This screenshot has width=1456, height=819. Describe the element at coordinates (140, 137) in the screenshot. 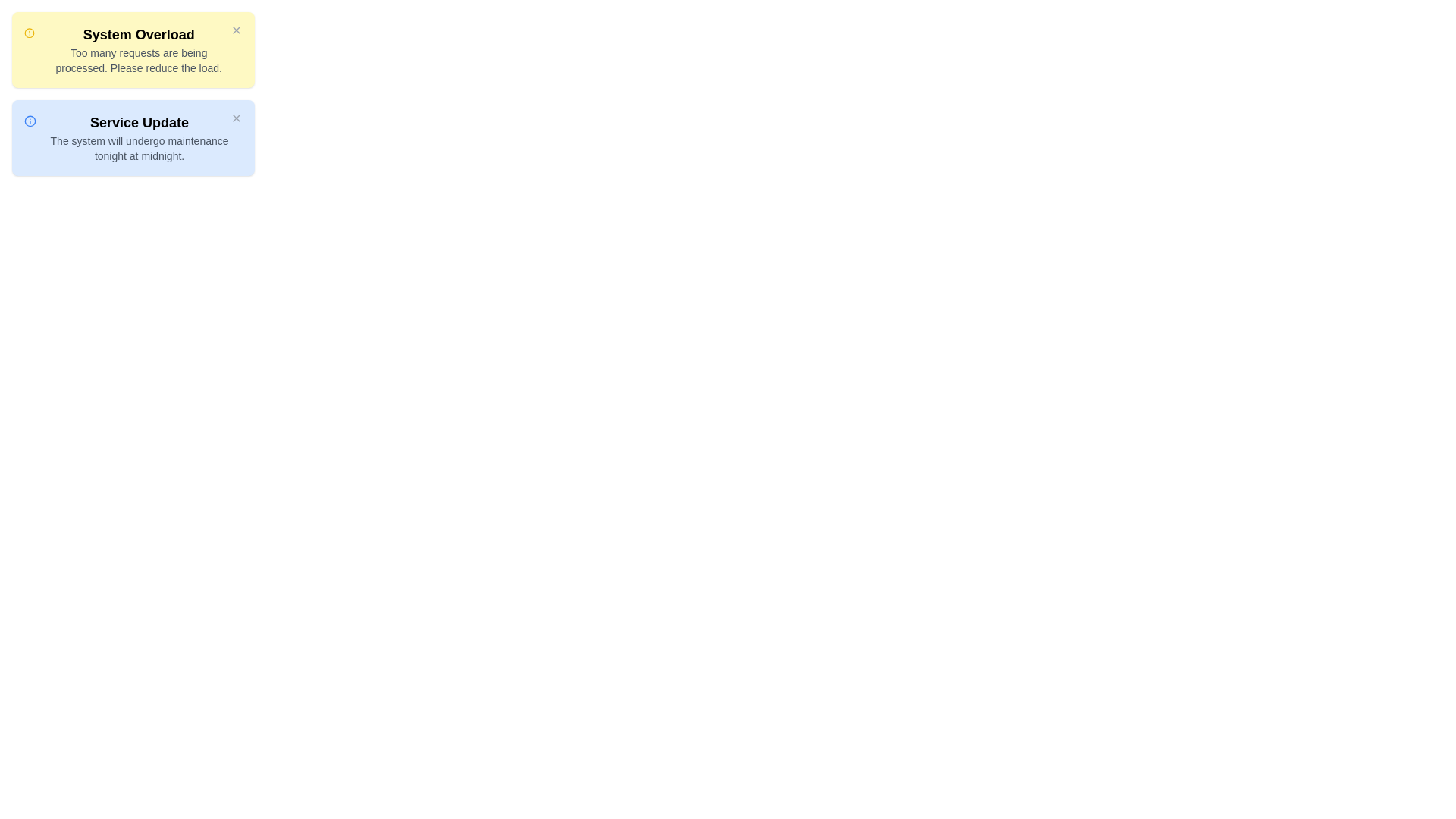

I see `text from the 'Service Update' notification box, which contains the messages 'Service Update' and 'The system will undergo maintenance tonight at midnight.'` at that location.